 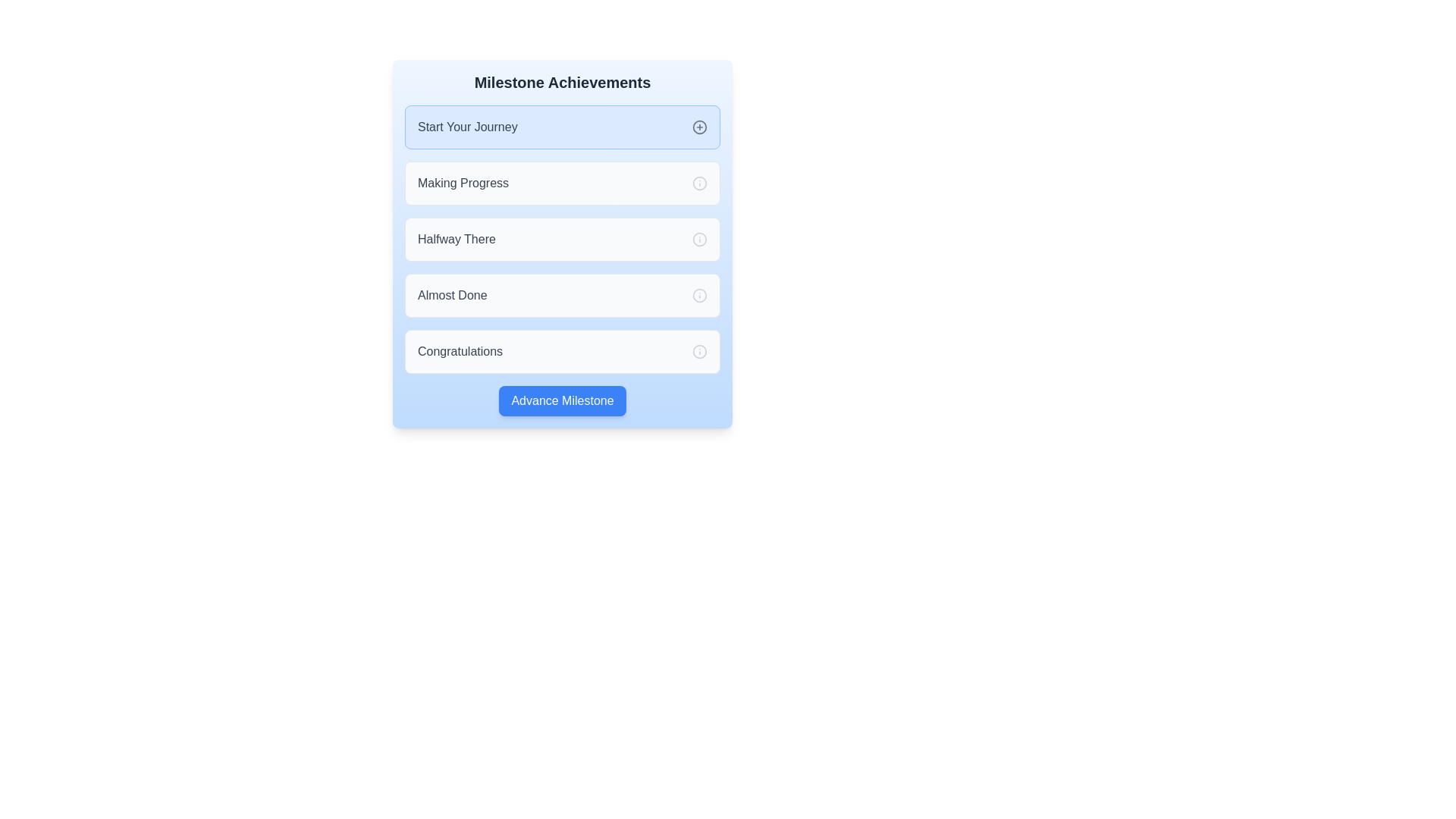 What do you see at coordinates (698, 183) in the screenshot?
I see `the gray circular shape in the 'Making Progress' milestone row of the SVG graphic, which serves as an informational icon` at bounding box center [698, 183].